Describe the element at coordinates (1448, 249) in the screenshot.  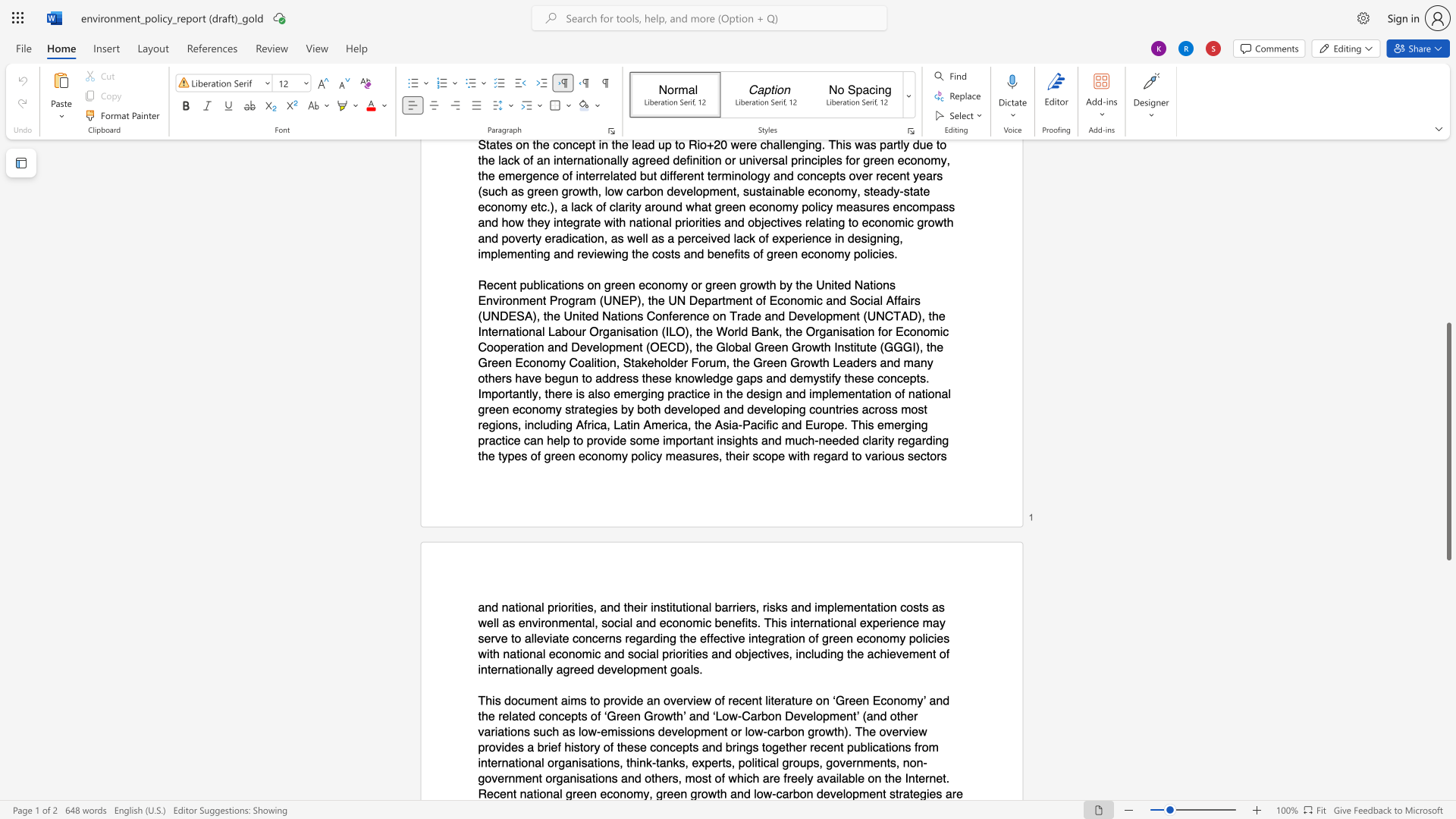
I see `the scrollbar` at that location.